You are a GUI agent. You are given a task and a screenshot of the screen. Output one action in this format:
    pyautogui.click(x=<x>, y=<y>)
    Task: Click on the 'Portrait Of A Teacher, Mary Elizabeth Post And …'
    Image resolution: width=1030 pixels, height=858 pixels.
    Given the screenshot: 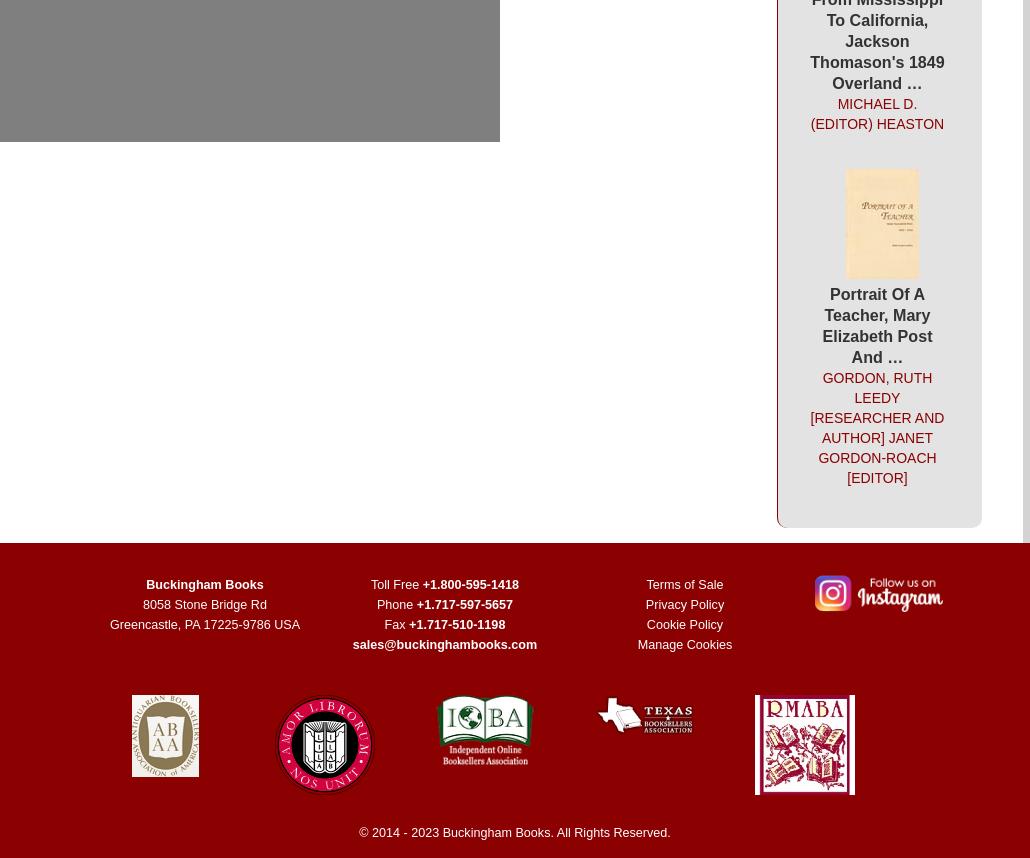 What is the action you would take?
    pyautogui.click(x=877, y=323)
    